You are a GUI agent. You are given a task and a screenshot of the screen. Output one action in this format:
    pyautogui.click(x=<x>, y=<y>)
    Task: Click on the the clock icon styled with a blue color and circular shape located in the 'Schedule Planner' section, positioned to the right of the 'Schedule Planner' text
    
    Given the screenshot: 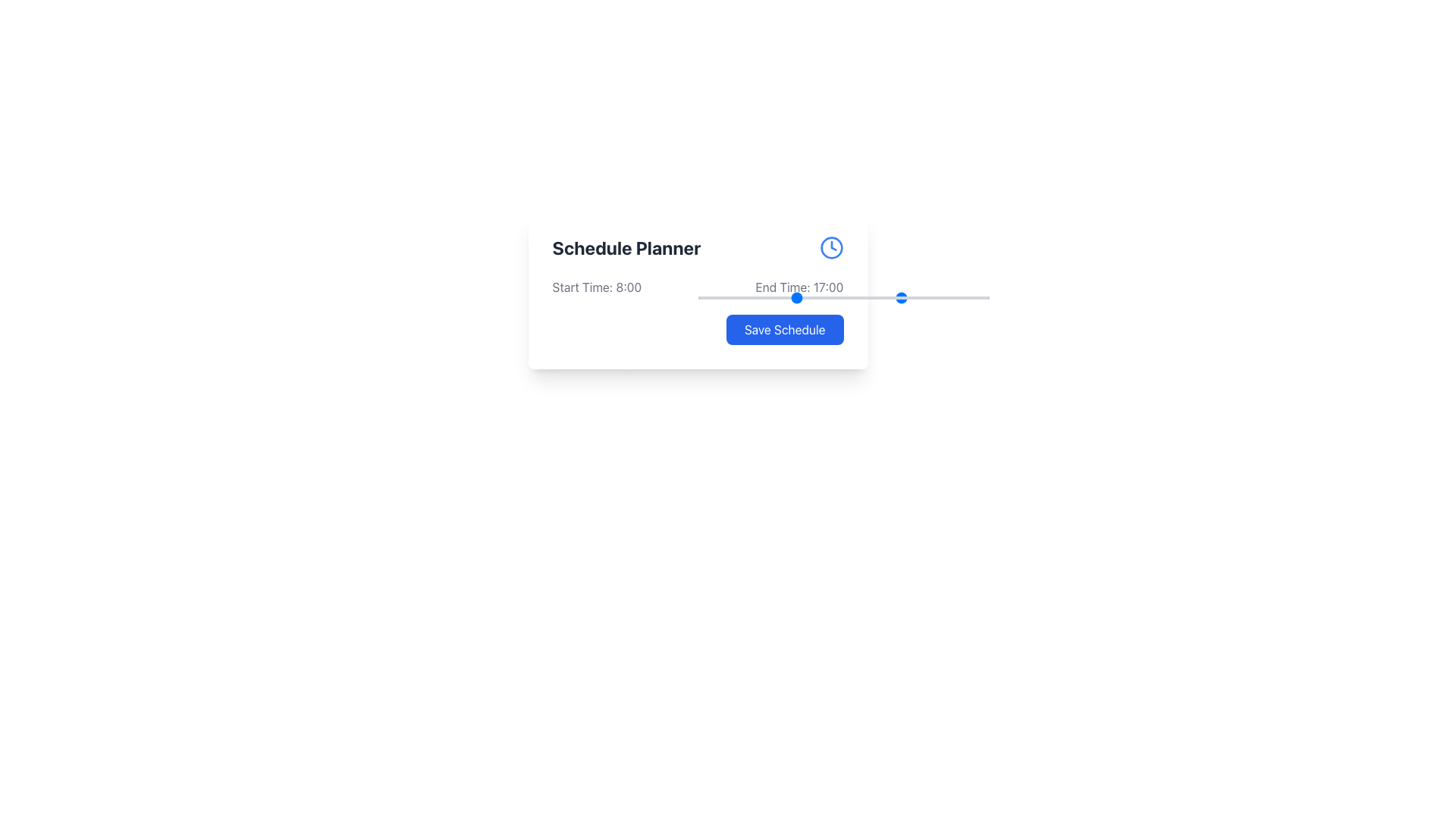 What is the action you would take?
    pyautogui.click(x=830, y=247)
    